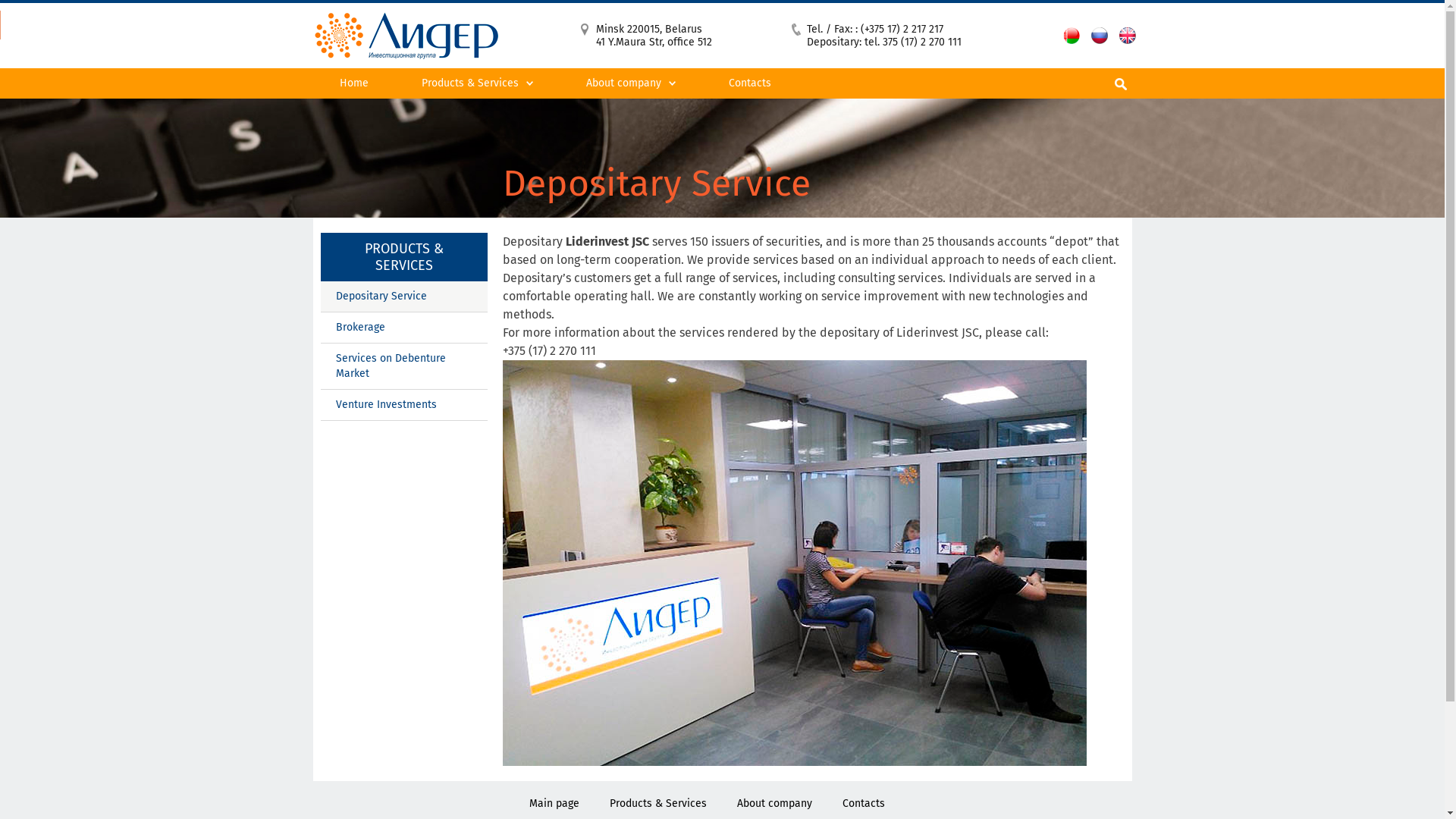 This screenshot has width=1456, height=819. What do you see at coordinates (319, 404) in the screenshot?
I see `'Venture Investments'` at bounding box center [319, 404].